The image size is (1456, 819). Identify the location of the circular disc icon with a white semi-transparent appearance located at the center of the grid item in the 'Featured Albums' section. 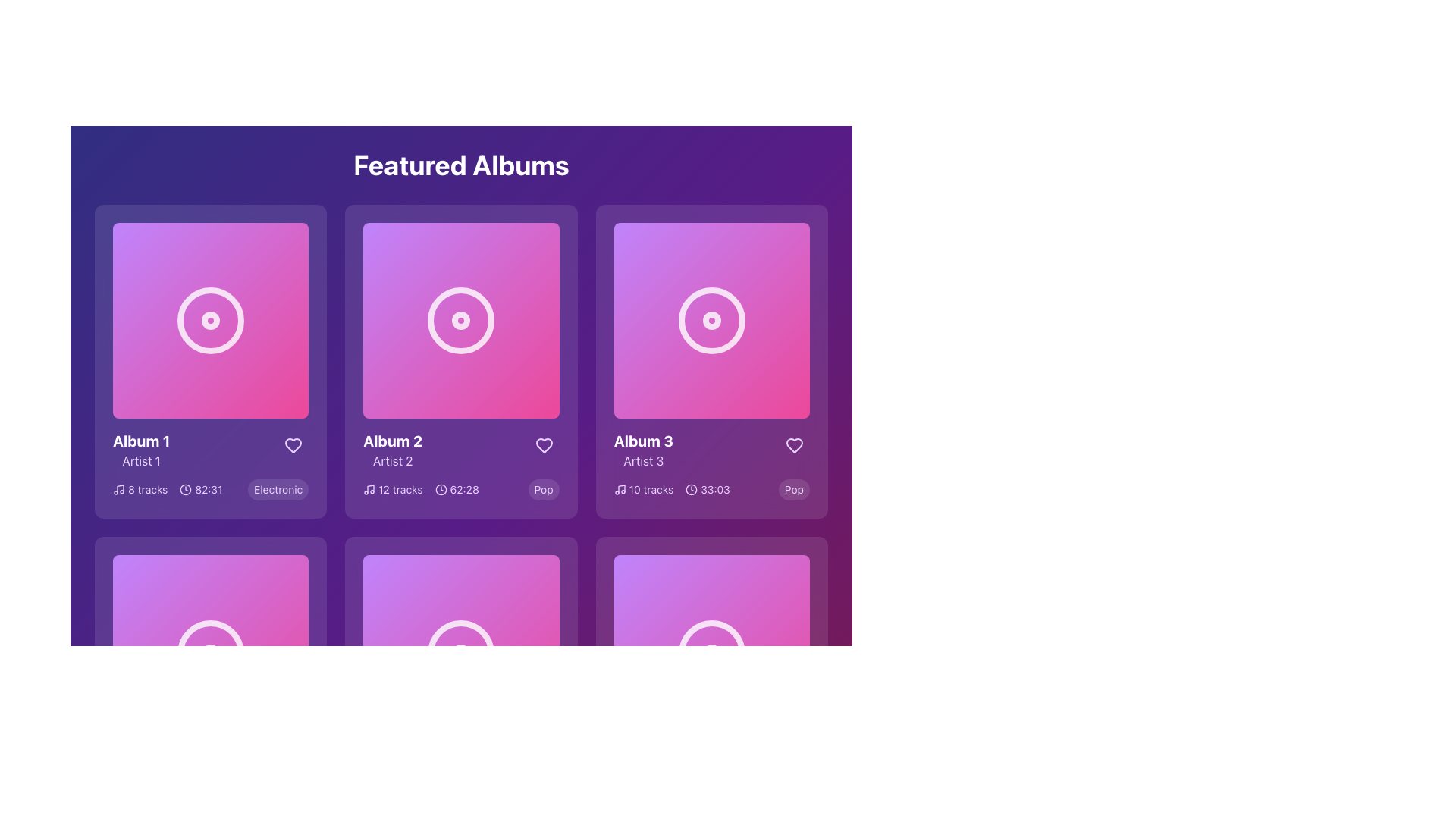
(711, 652).